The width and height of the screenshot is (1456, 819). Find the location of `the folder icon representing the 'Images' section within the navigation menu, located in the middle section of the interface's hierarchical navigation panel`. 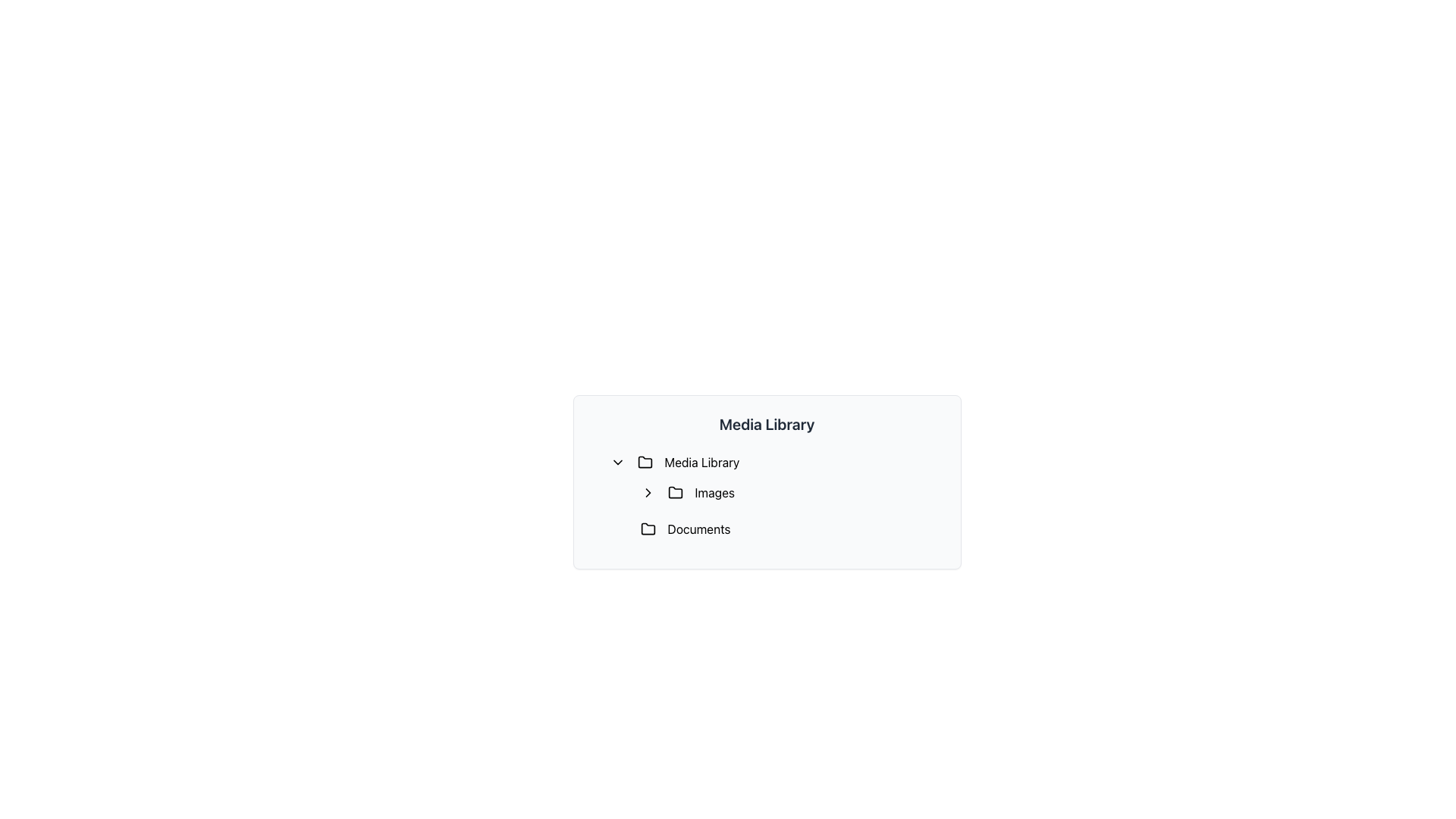

the folder icon representing the 'Images' section within the navigation menu, located in the middle section of the interface's hierarchical navigation panel is located at coordinates (674, 493).